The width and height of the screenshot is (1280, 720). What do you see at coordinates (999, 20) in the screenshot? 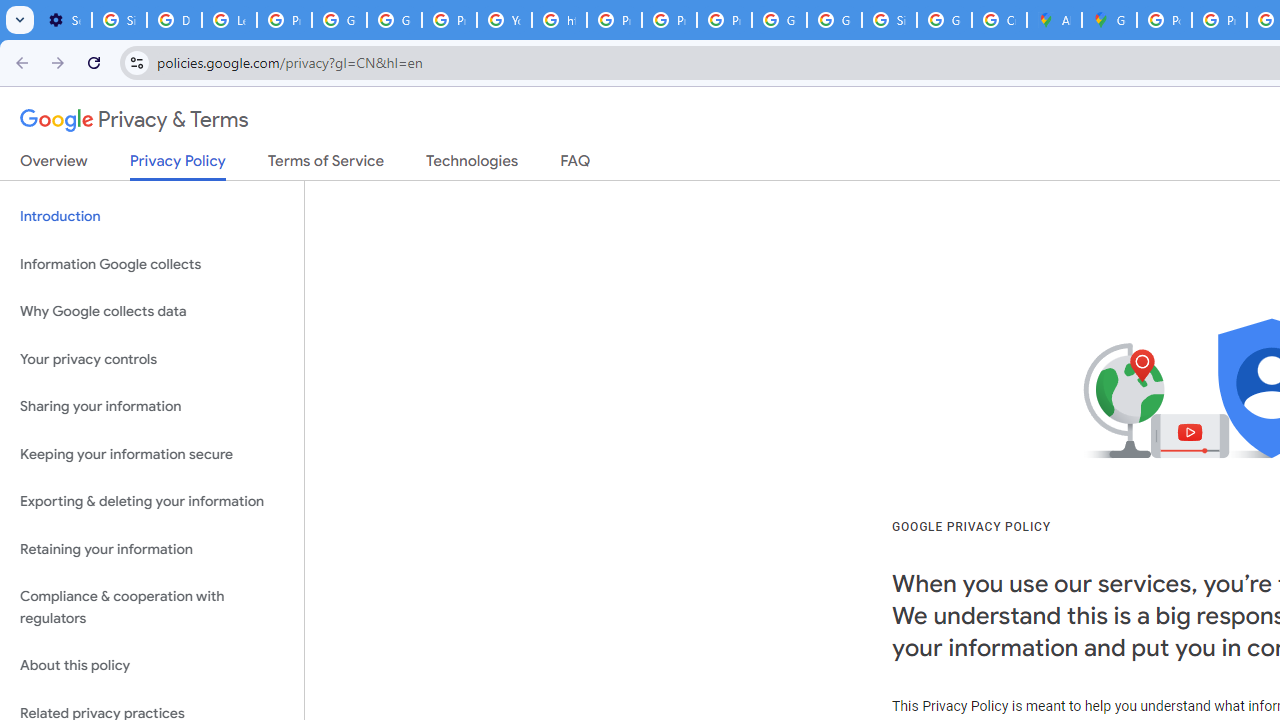
I see `'Create your Google Account'` at bounding box center [999, 20].